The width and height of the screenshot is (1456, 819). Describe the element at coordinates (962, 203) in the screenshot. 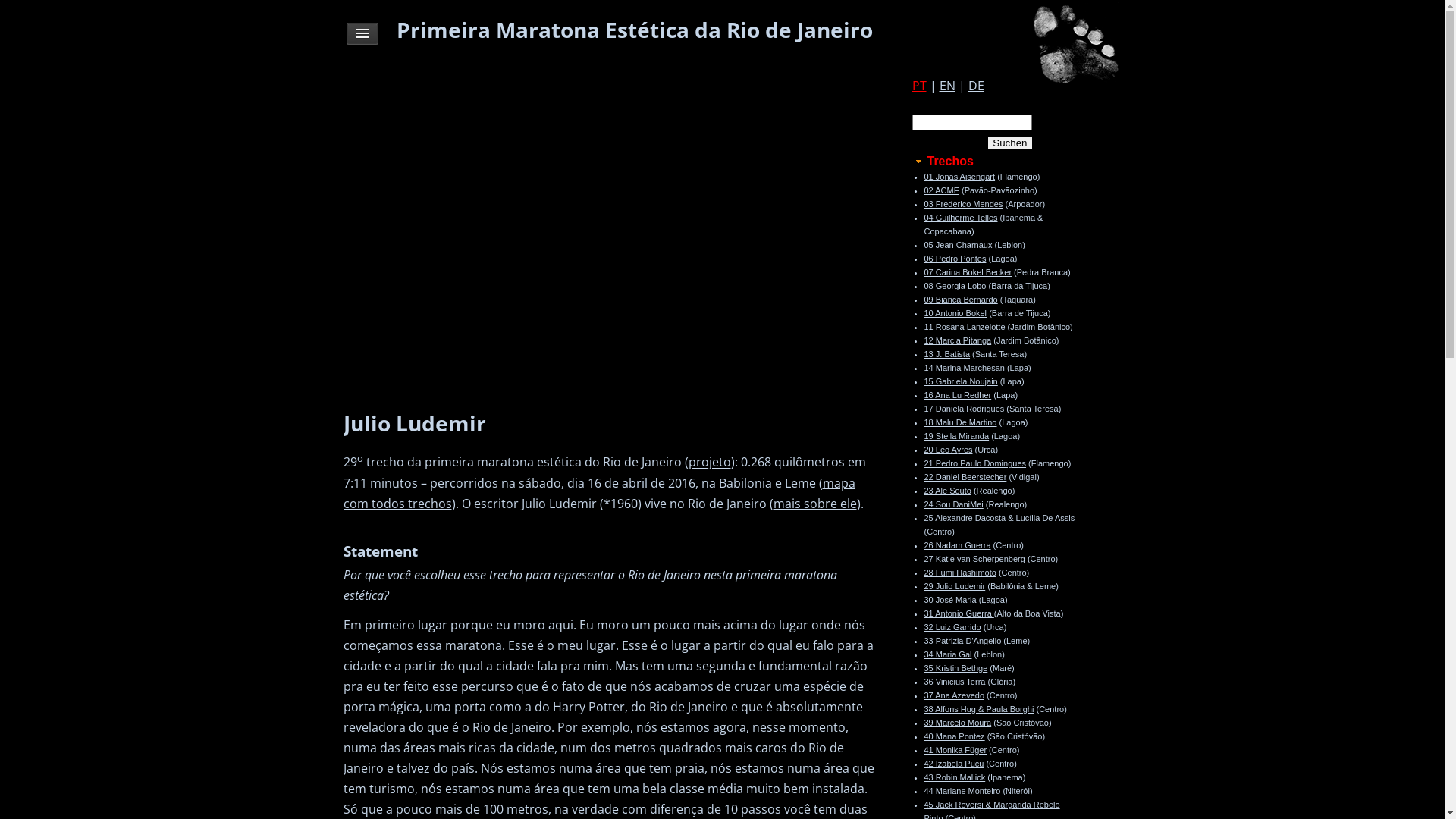

I see `'03 Frederico Mendes'` at that location.